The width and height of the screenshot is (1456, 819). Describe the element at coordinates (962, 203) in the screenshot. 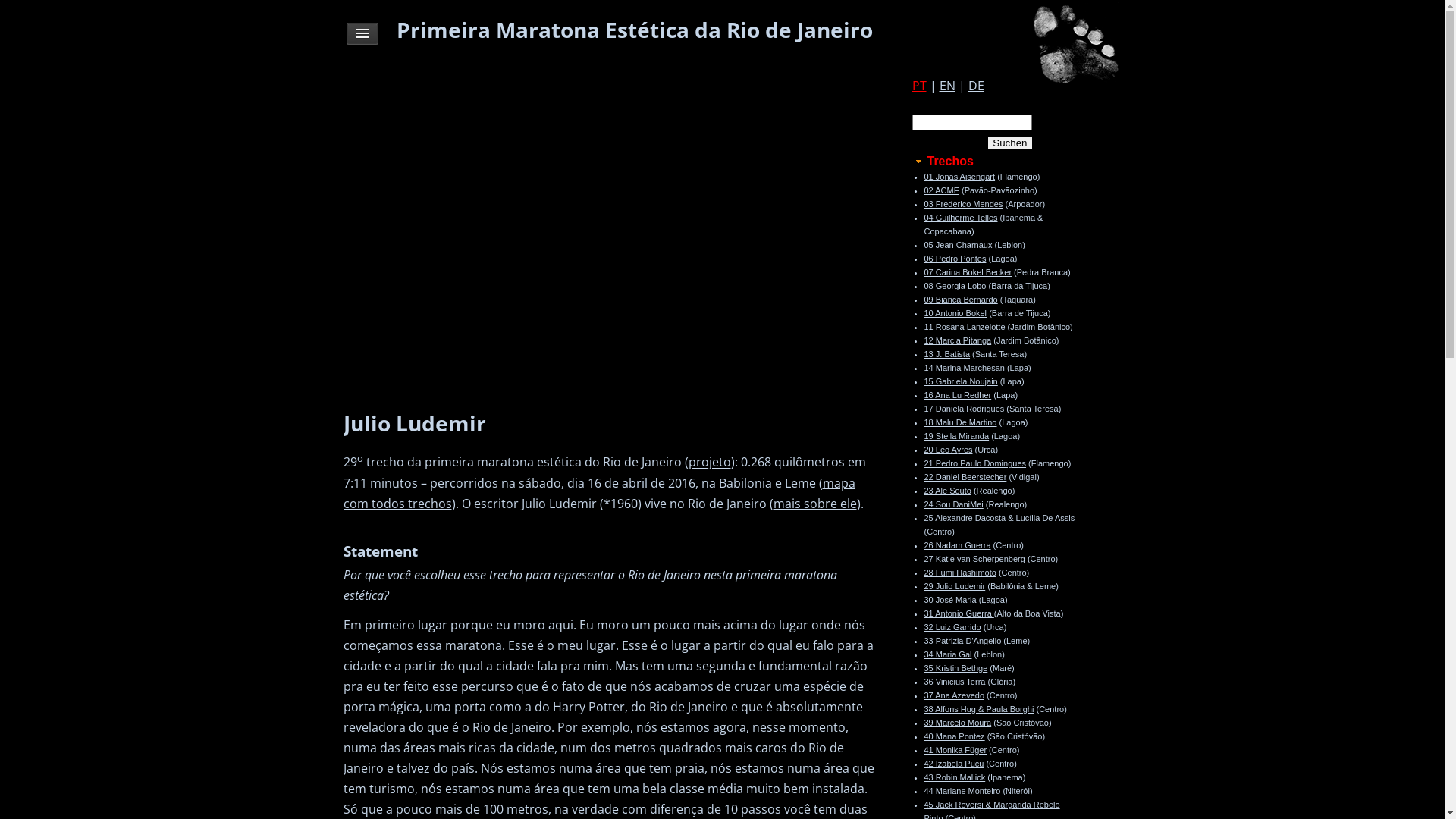

I see `'03 Frederico Mendes'` at that location.